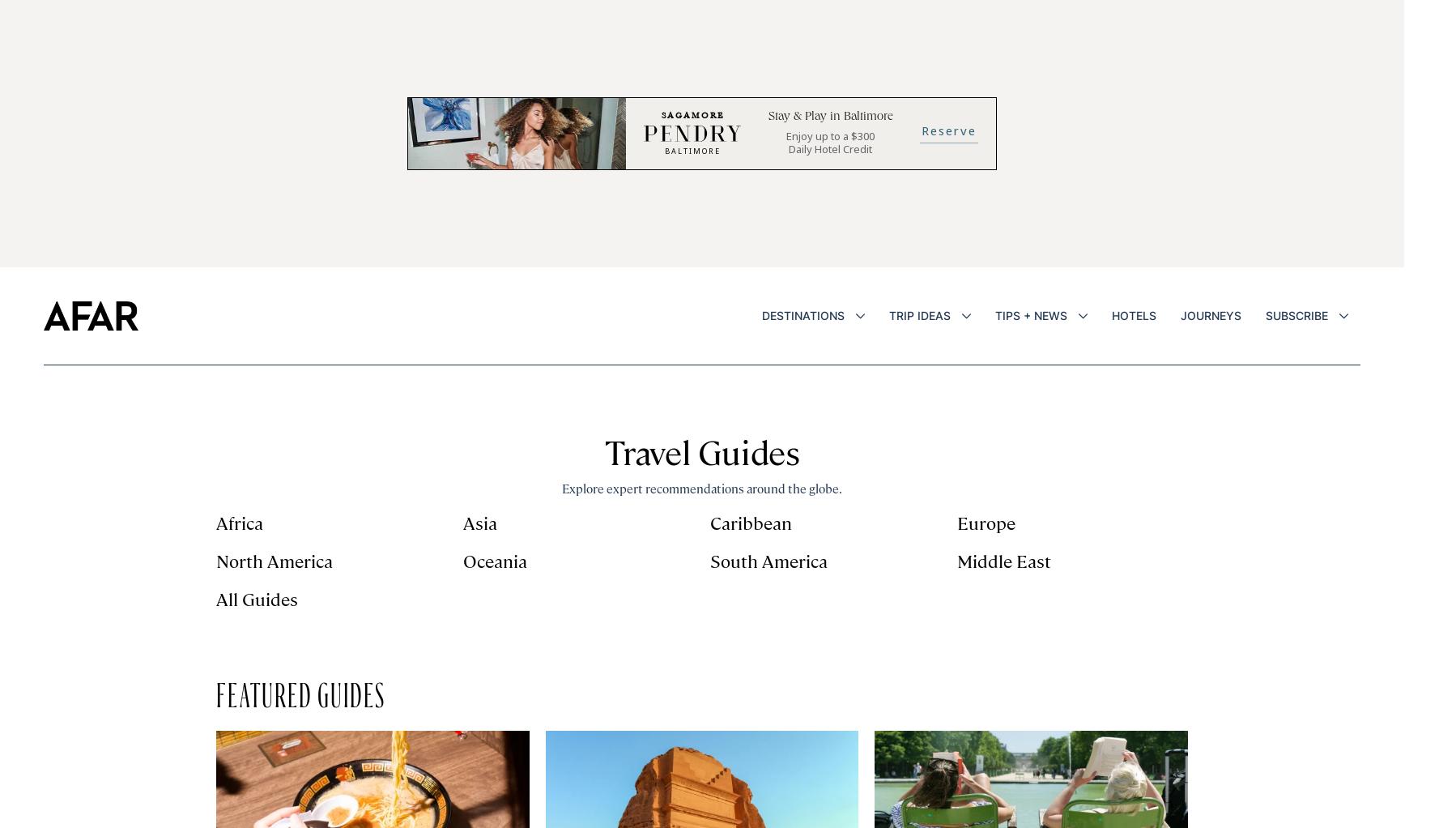 The height and width of the screenshot is (828, 1456). What do you see at coordinates (1209, 433) in the screenshot?
I see `'Cruise News'` at bounding box center [1209, 433].